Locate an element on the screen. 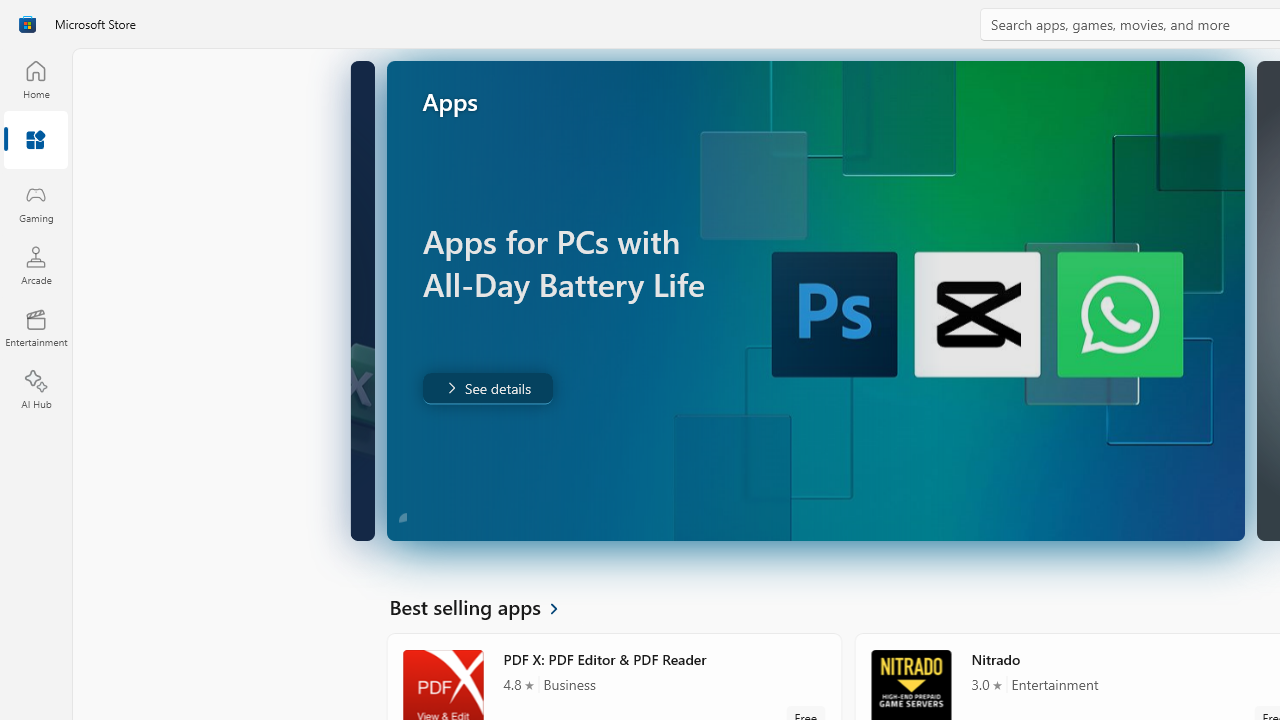  'See all  Best selling apps' is located at coordinates (485, 605).